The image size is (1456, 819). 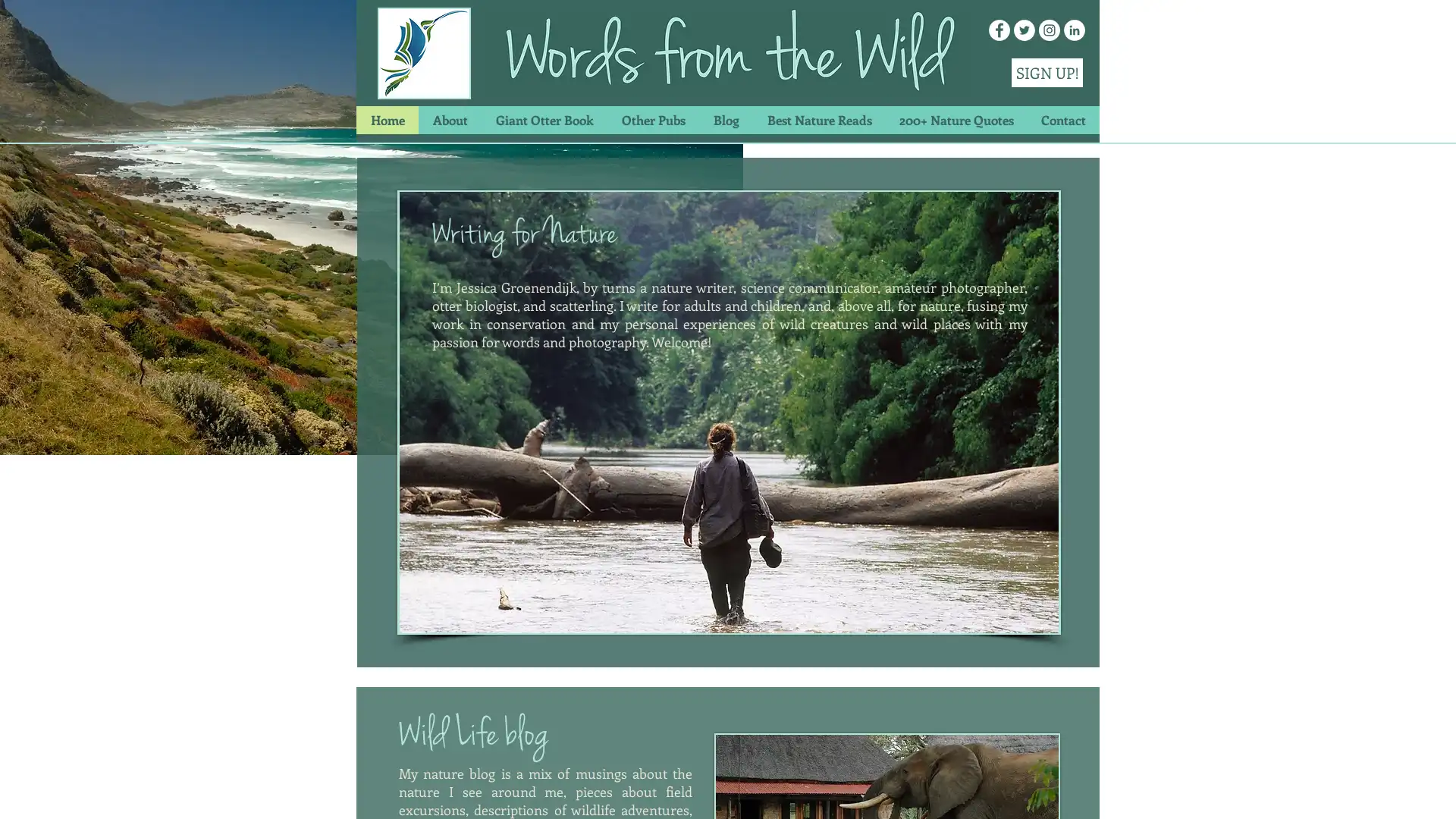 I want to click on Accept, so click(x=1388, y=792).